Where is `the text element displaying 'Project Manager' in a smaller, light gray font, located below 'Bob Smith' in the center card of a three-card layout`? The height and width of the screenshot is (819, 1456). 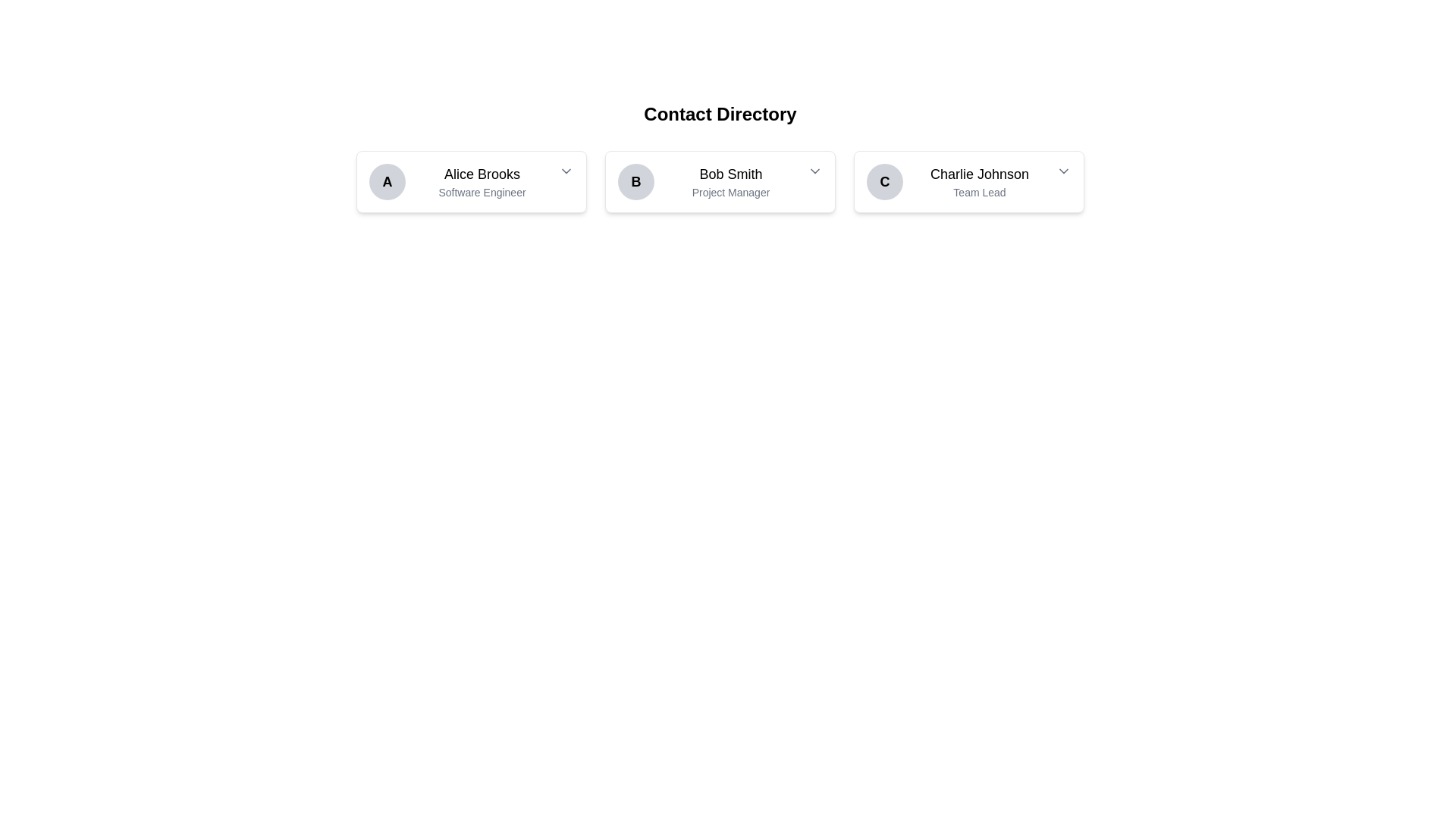
the text element displaying 'Project Manager' in a smaller, light gray font, located below 'Bob Smith' in the center card of a three-card layout is located at coordinates (731, 192).